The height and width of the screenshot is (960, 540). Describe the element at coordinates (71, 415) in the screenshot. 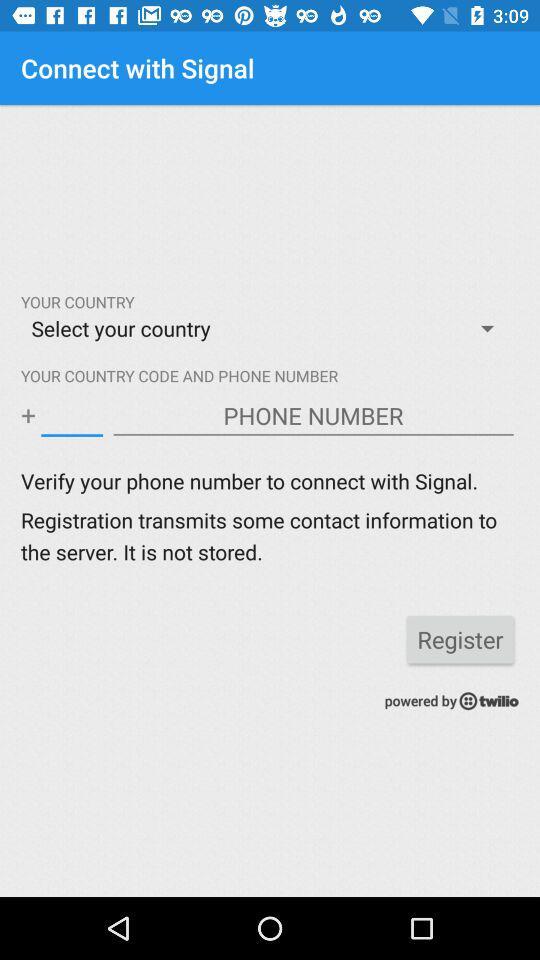

I see `country code` at that location.